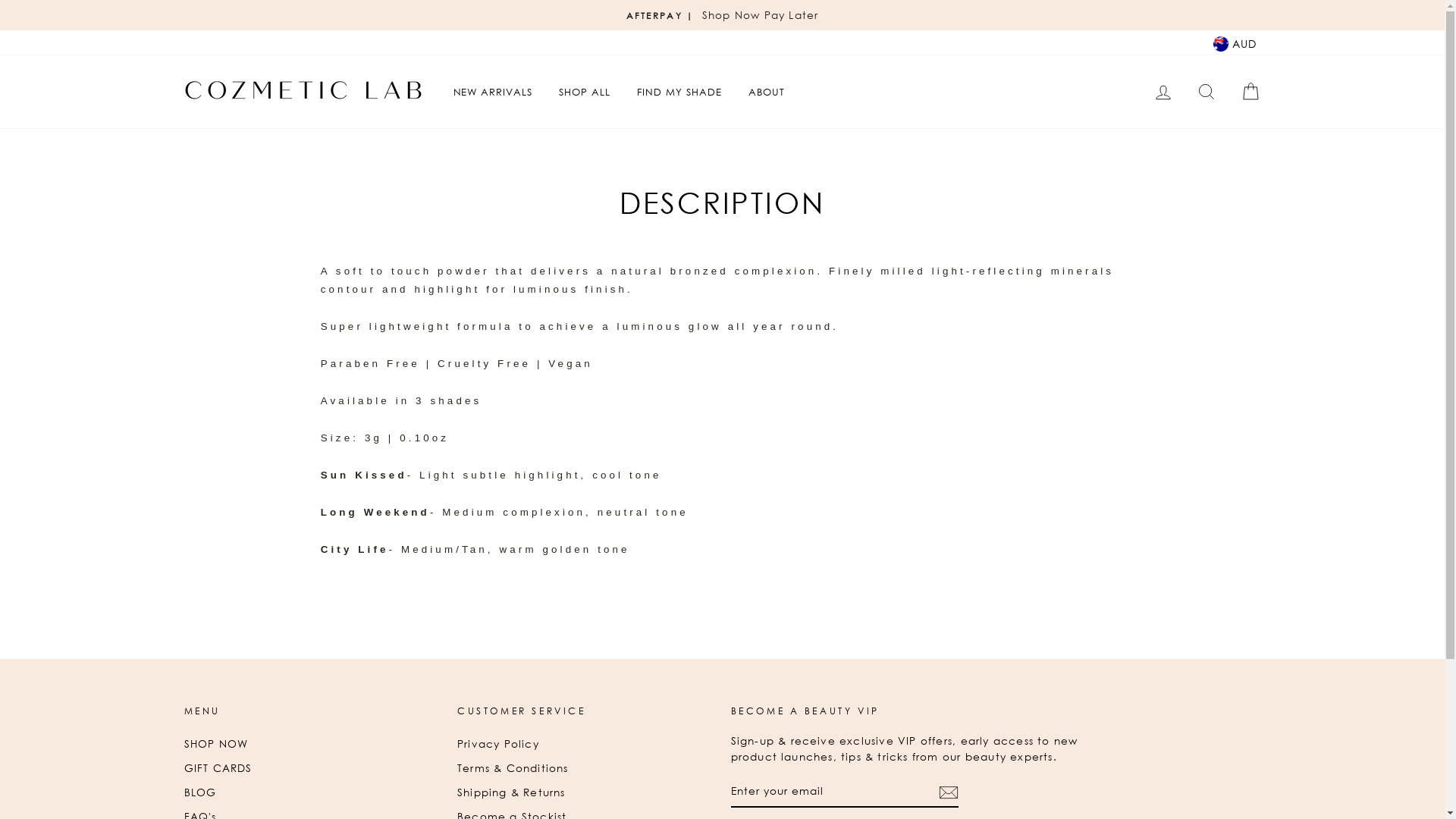  Describe the element at coordinates (492, 91) in the screenshot. I see `'NEW ARRIVALS'` at that location.